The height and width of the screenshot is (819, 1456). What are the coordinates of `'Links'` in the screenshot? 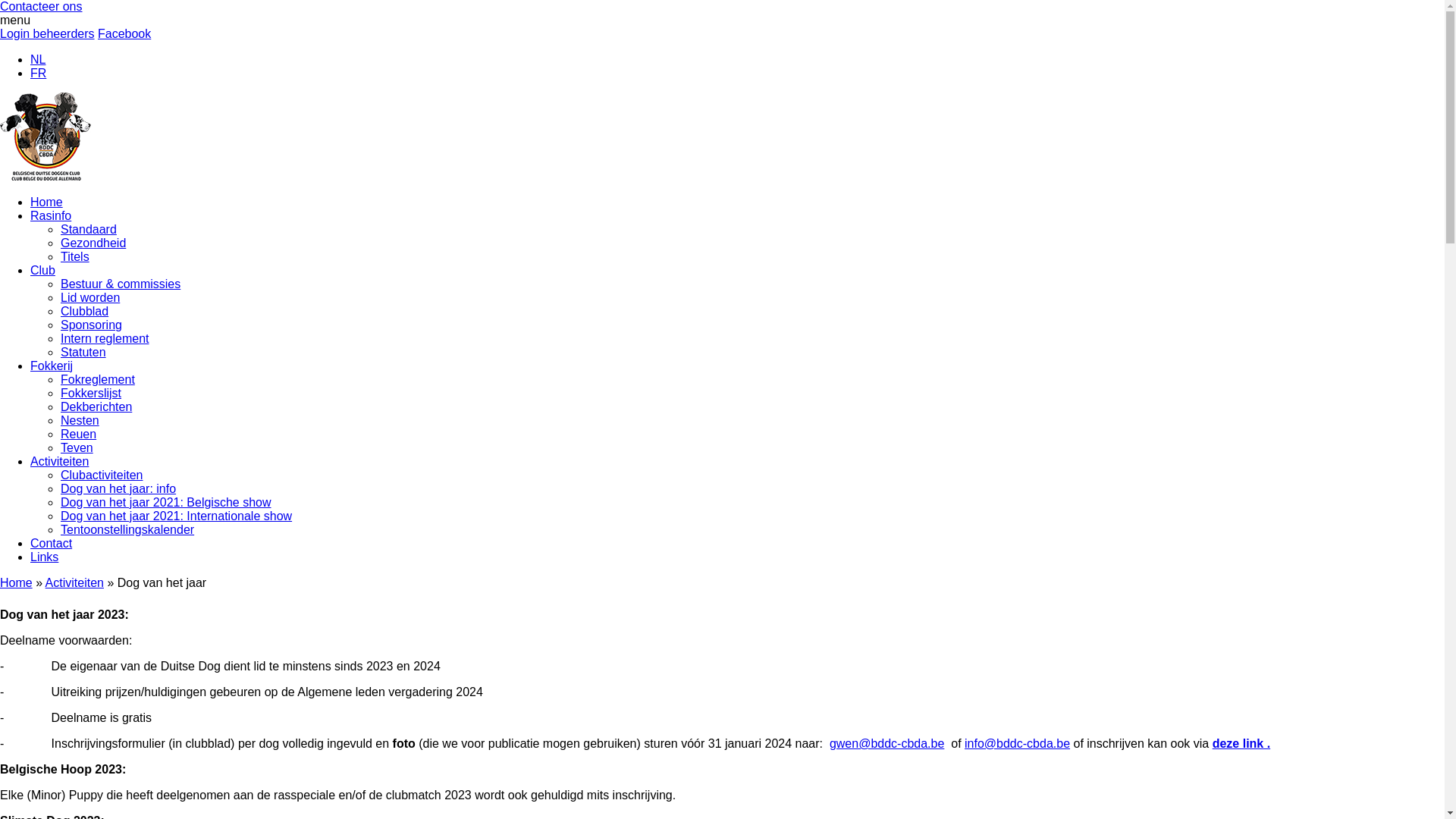 It's located at (44, 557).